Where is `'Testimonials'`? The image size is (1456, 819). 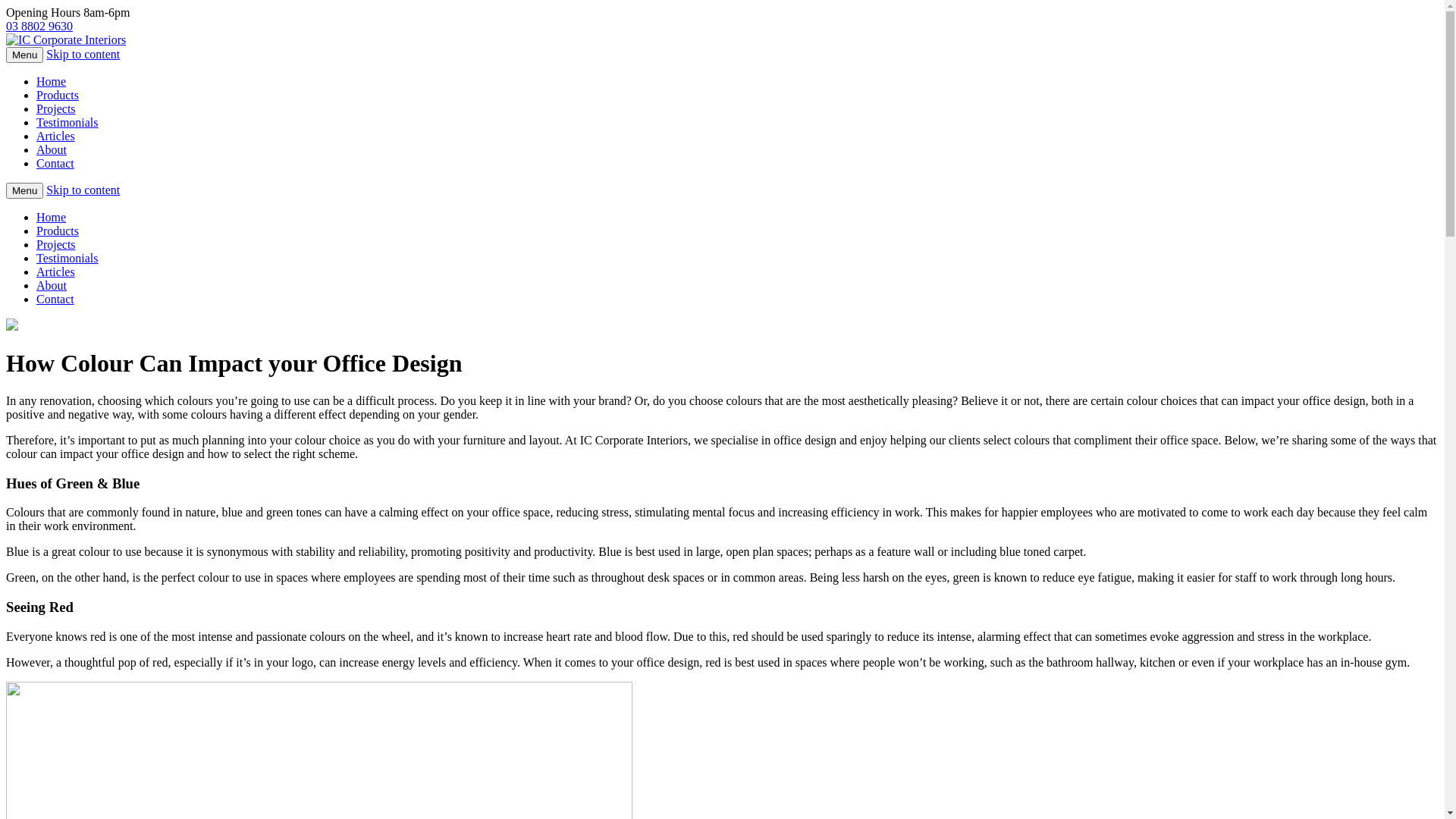 'Testimonials' is located at coordinates (67, 257).